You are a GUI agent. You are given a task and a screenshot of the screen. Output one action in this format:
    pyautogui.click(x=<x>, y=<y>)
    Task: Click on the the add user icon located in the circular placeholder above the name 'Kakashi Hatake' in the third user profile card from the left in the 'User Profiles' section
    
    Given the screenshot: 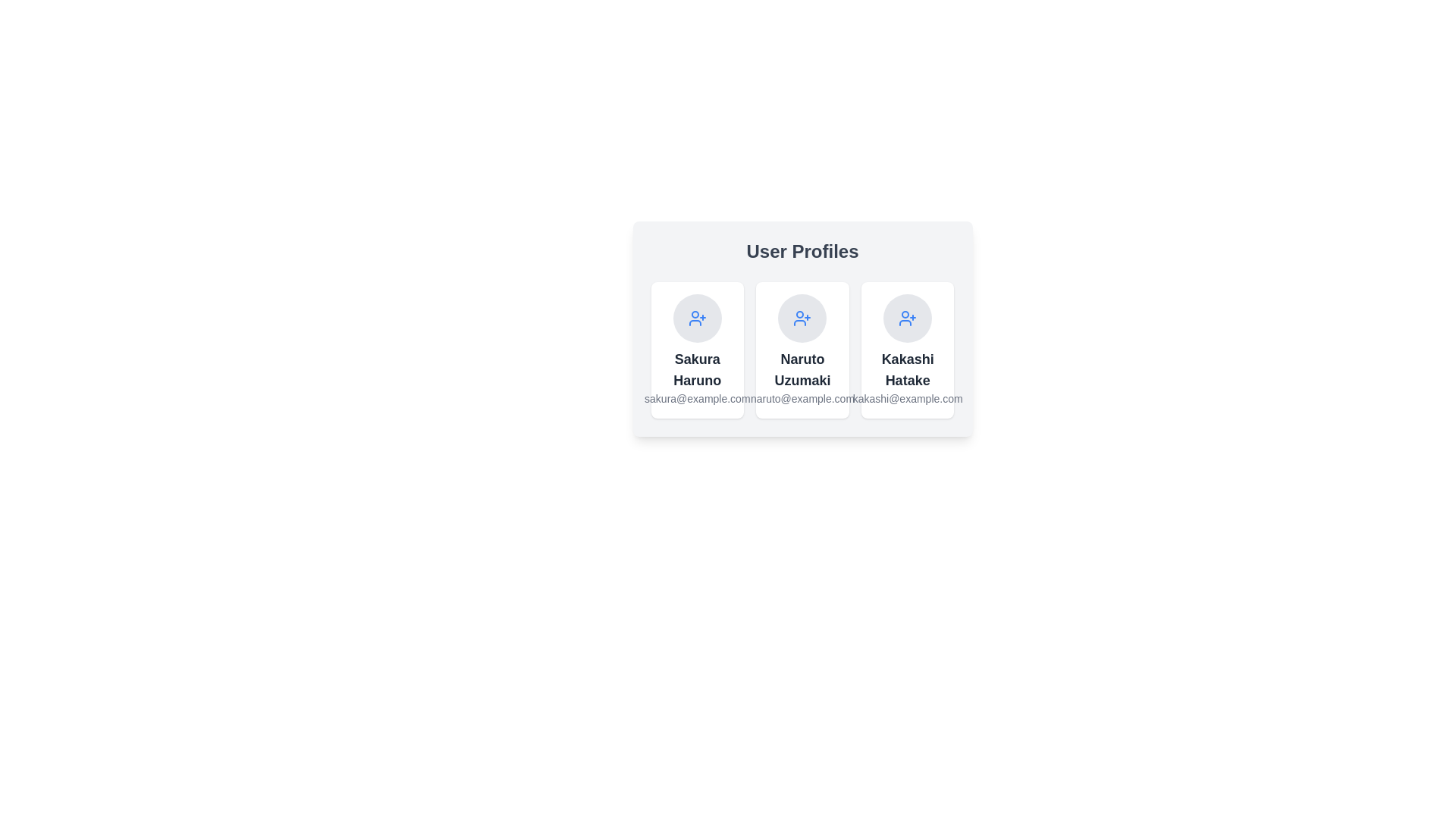 What is the action you would take?
    pyautogui.click(x=908, y=318)
    